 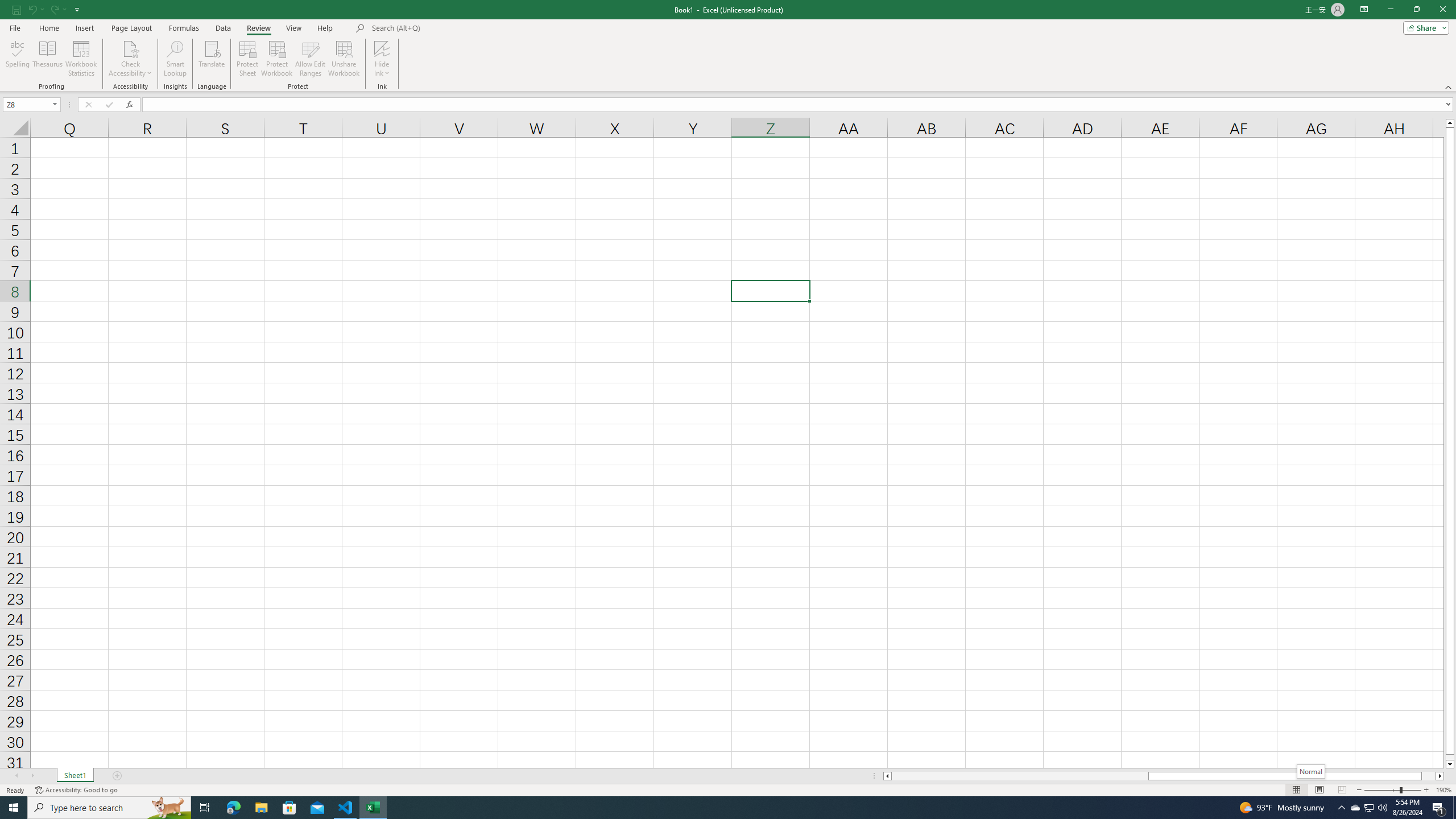 I want to click on 'Translate', so click(x=211, y=59).